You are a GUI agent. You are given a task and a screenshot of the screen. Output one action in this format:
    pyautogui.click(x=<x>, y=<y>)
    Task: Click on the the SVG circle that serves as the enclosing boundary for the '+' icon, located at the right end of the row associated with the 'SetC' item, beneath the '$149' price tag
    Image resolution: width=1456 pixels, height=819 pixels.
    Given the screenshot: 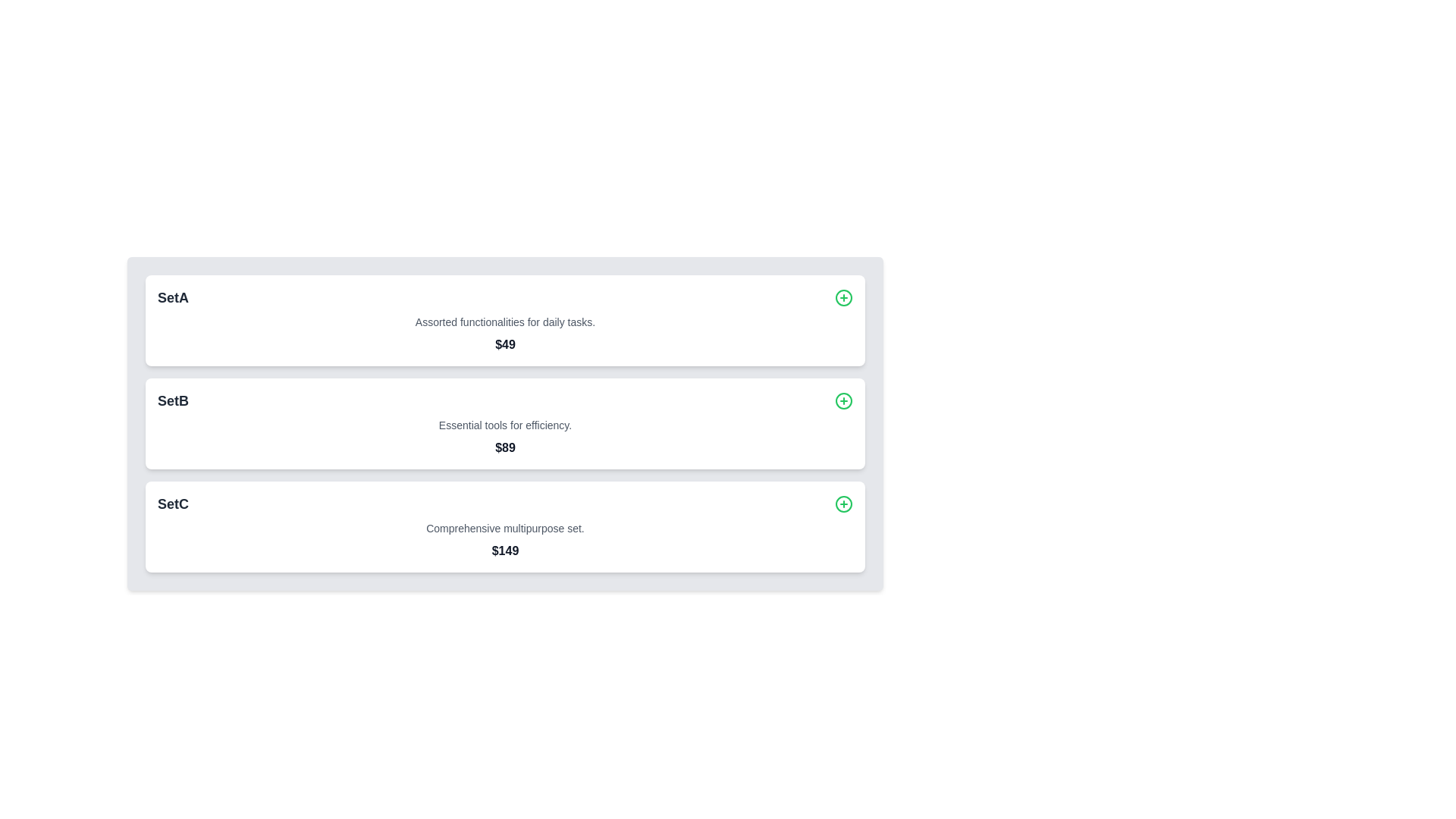 What is the action you would take?
    pyautogui.click(x=843, y=504)
    